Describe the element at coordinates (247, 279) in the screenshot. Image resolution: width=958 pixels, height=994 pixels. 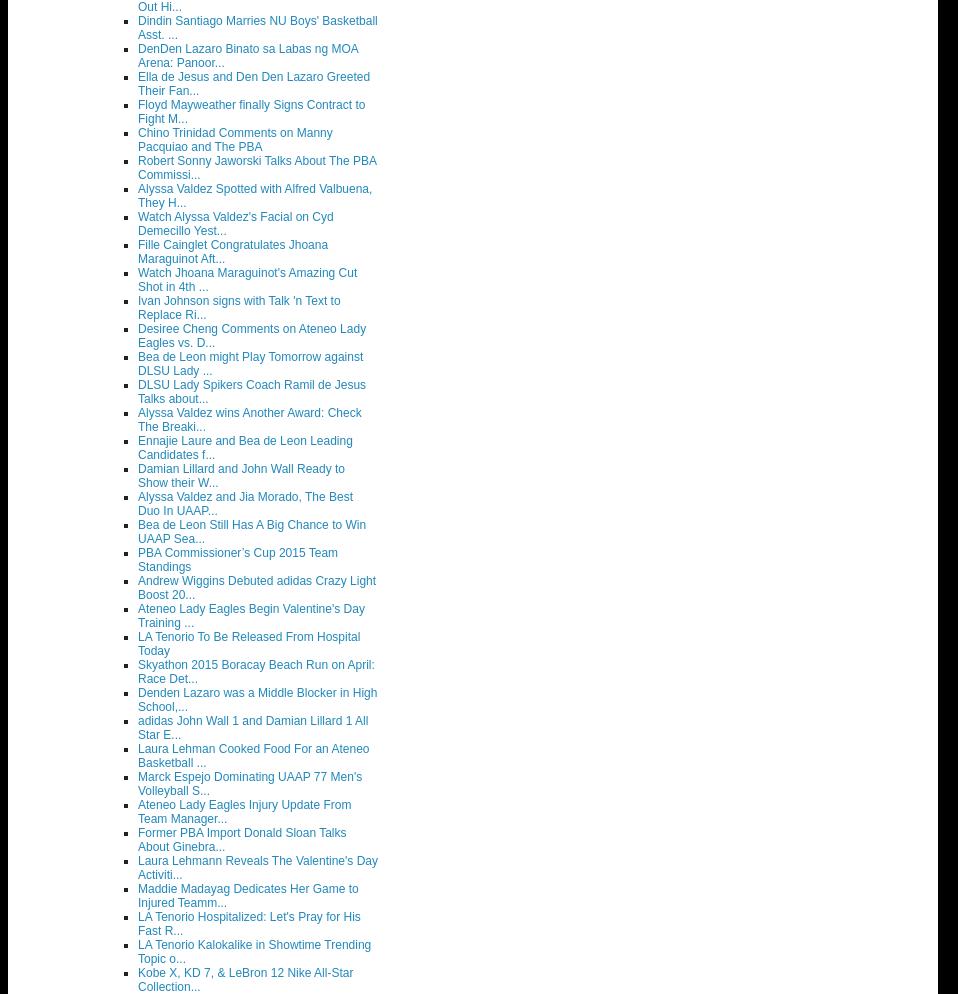
I see `'Watch Jhoana Maraguinot's Amazing Cut Shot in 4th ...'` at that location.